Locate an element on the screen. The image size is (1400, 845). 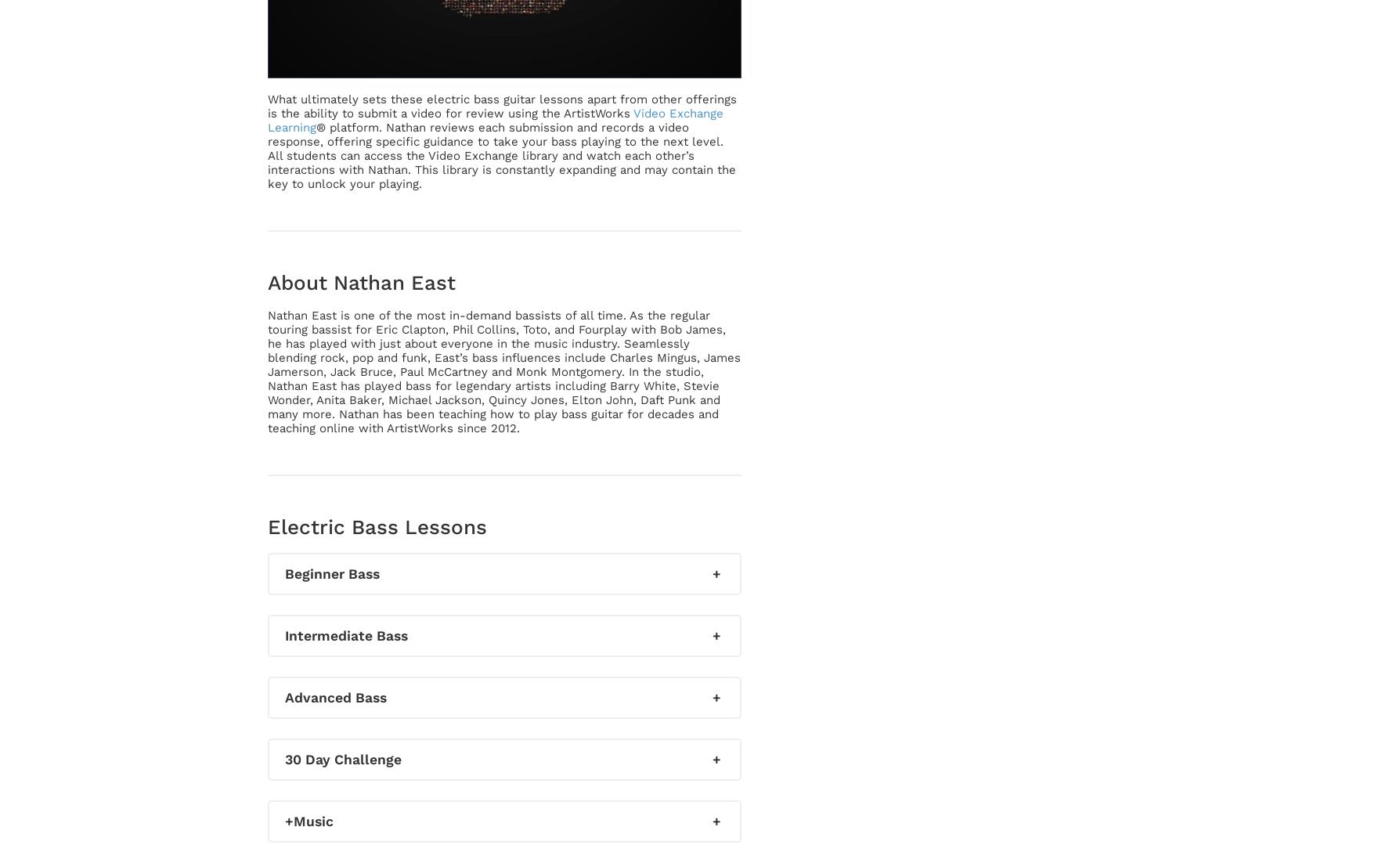
'Intermediate Bass' is located at coordinates (345, 634).